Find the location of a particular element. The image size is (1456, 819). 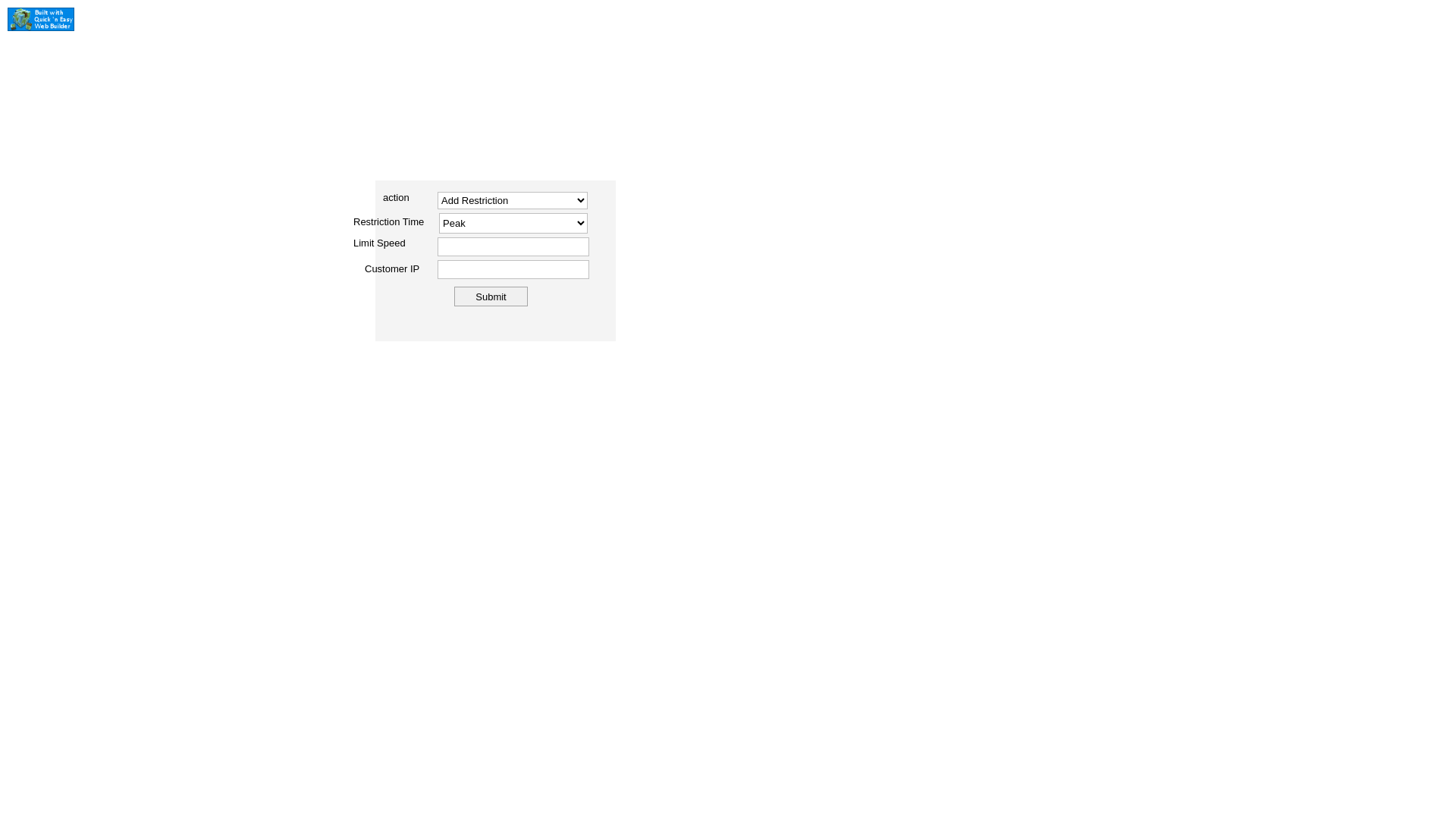

'Submit' is located at coordinates (491, 296).